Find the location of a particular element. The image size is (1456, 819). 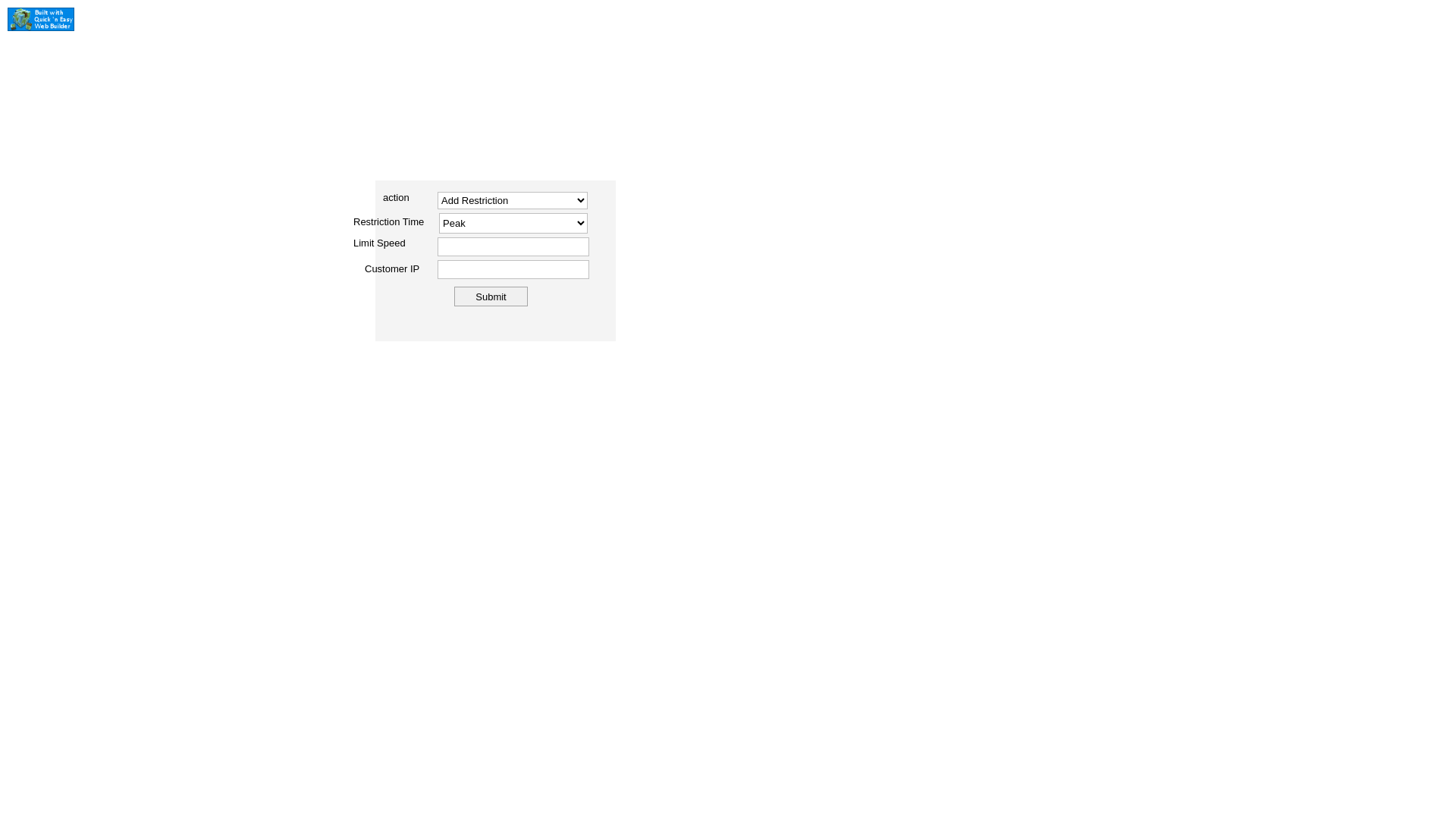

'Submit' is located at coordinates (491, 296).